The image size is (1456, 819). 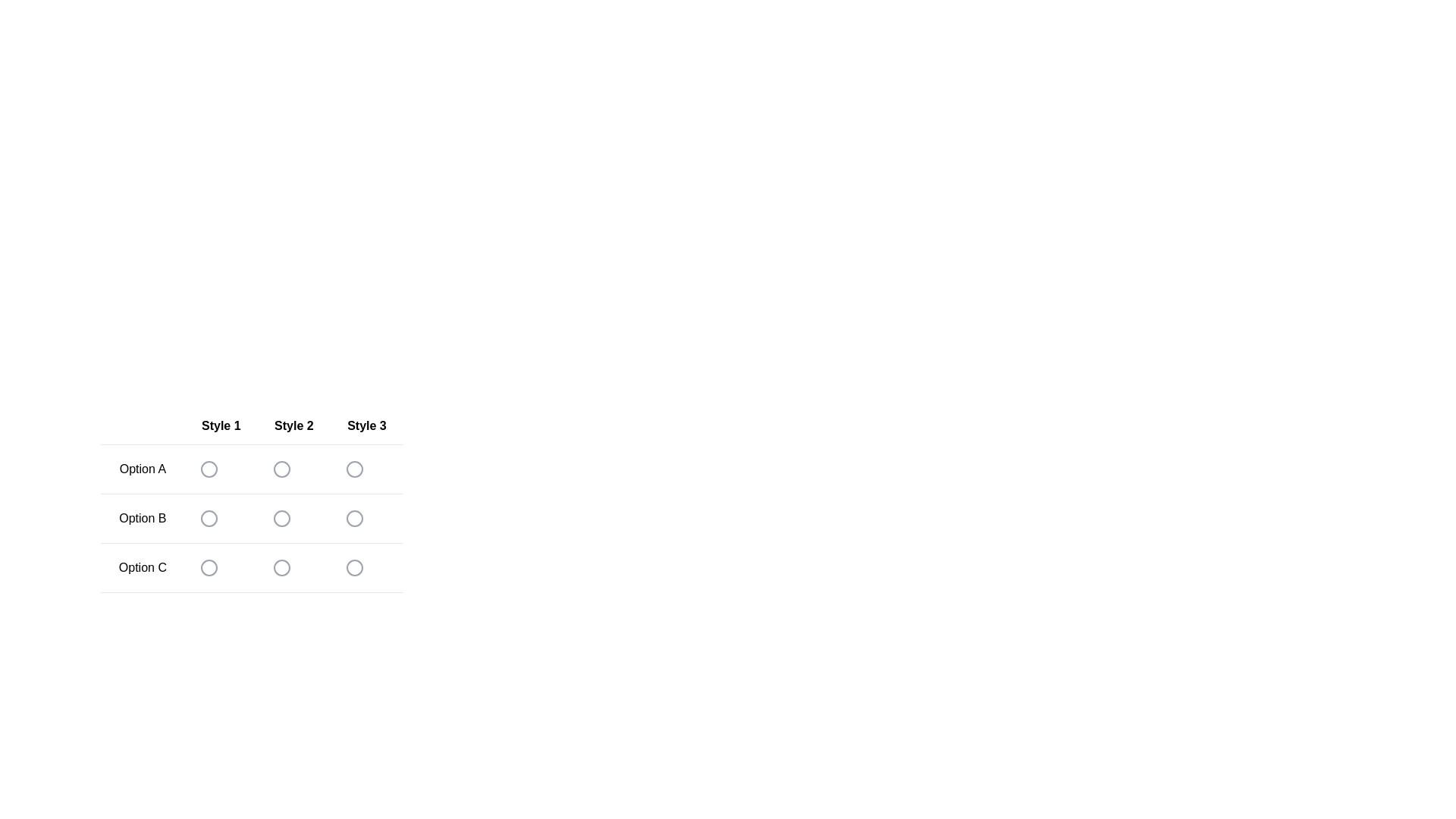 I want to click on the middle radio button for 'Option B' under the 'Style 2' column using the keyboard, so click(x=252, y=500).